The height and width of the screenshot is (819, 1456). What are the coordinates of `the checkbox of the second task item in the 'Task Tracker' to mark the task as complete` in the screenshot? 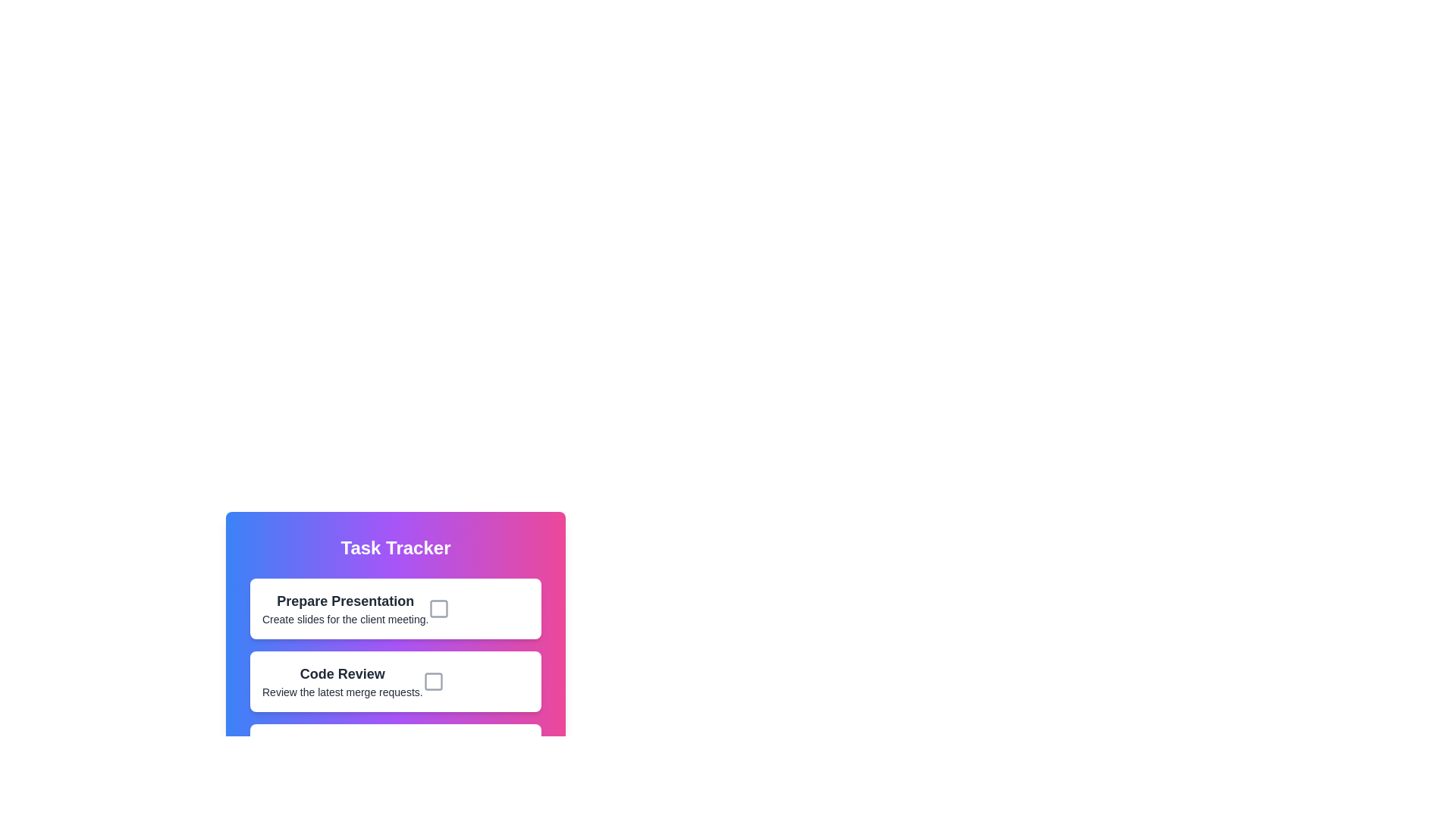 It's located at (396, 680).